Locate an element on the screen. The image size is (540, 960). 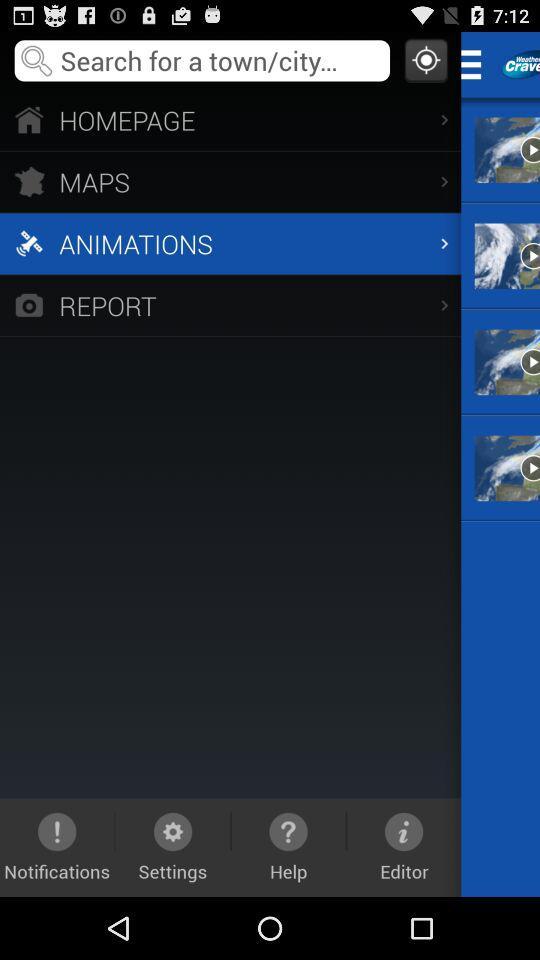
the item above the animations is located at coordinates (229, 181).